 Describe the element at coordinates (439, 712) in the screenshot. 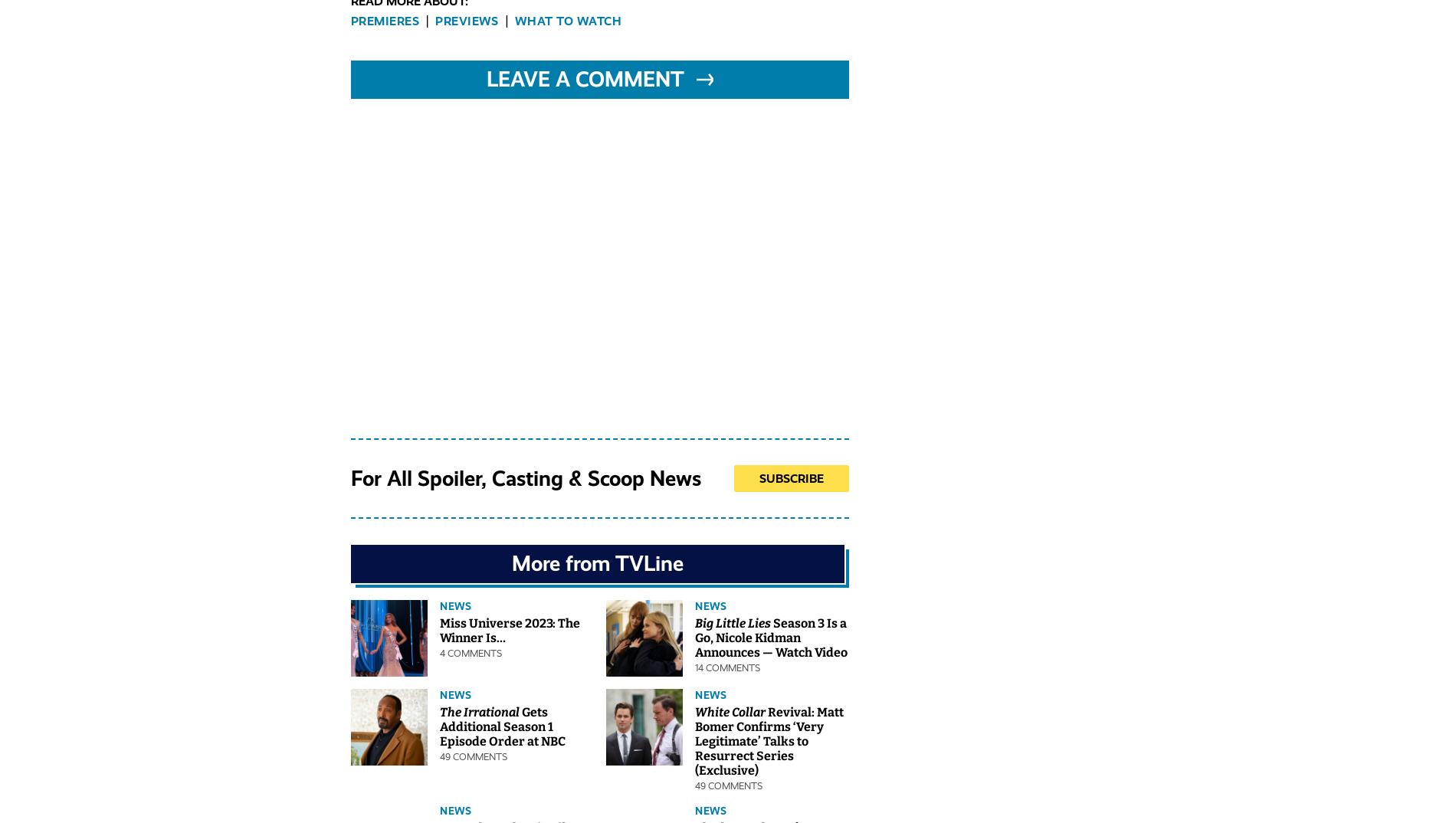

I see `'The Irrational'` at that location.